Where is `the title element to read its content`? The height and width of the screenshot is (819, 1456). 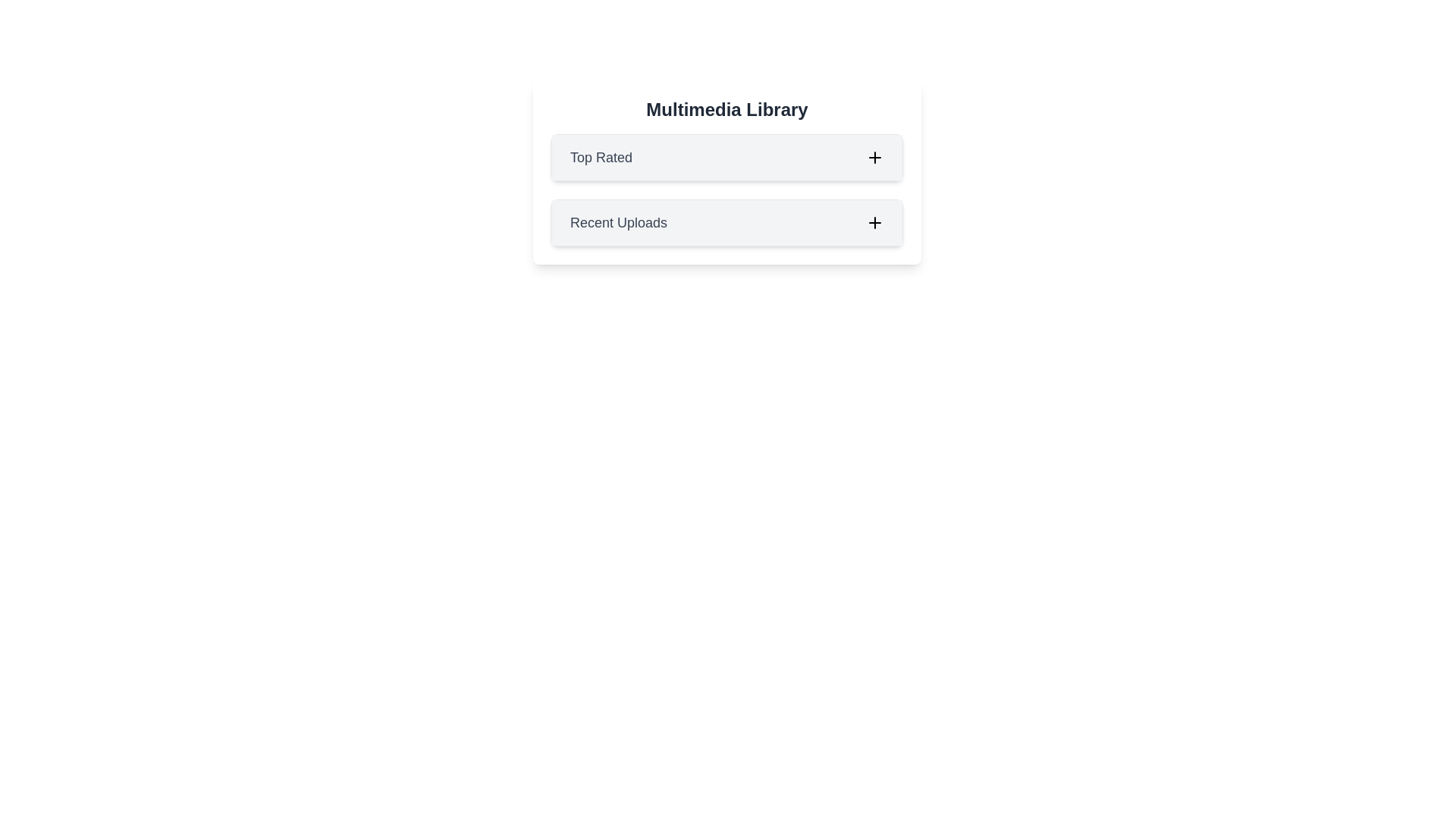
the title element to read its content is located at coordinates (726, 109).